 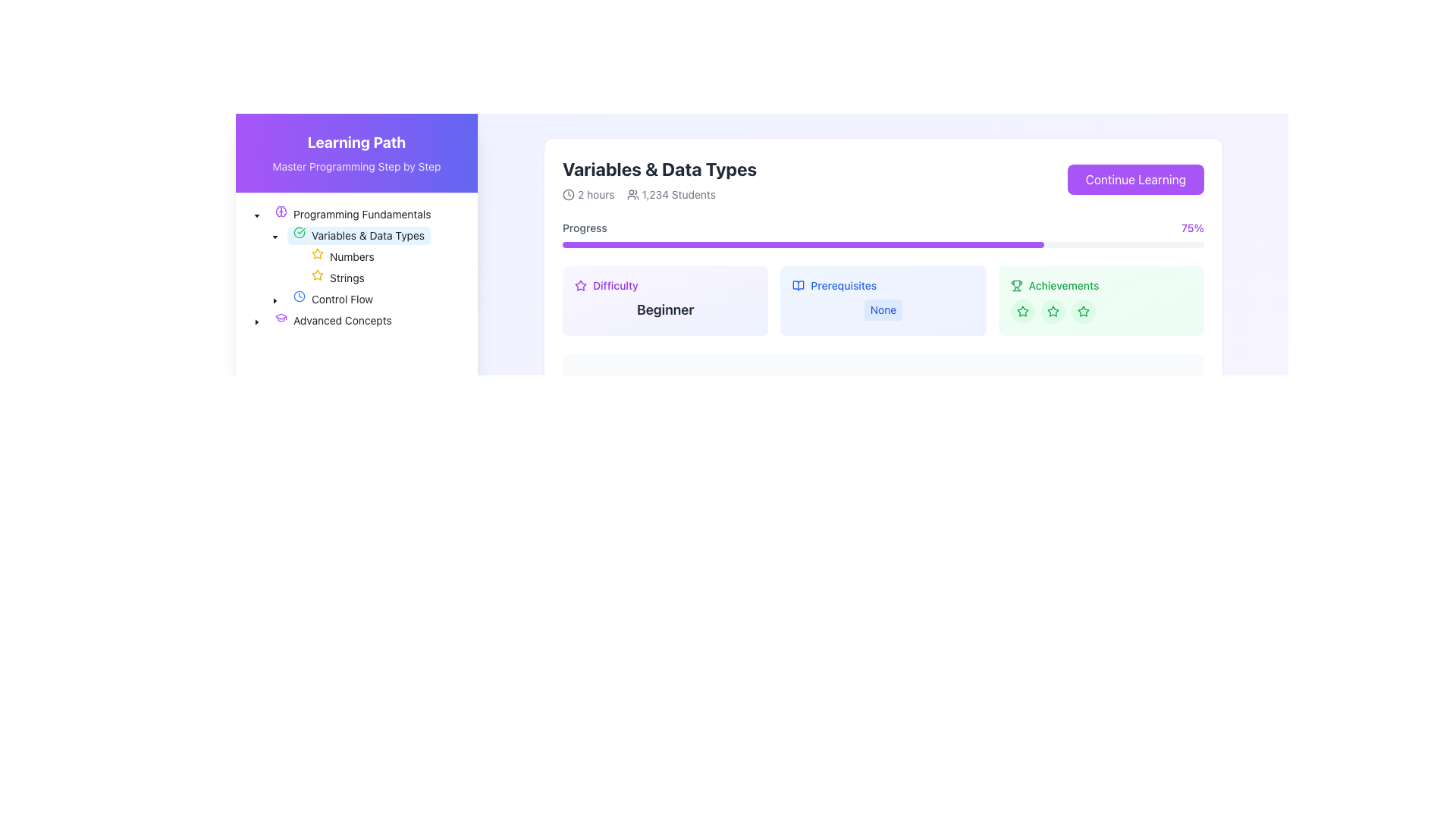 What do you see at coordinates (338, 236) in the screenshot?
I see `the tree view item titled 'Variables & Data Types', which is the second item under 'Programming Fundamentals'` at bounding box center [338, 236].